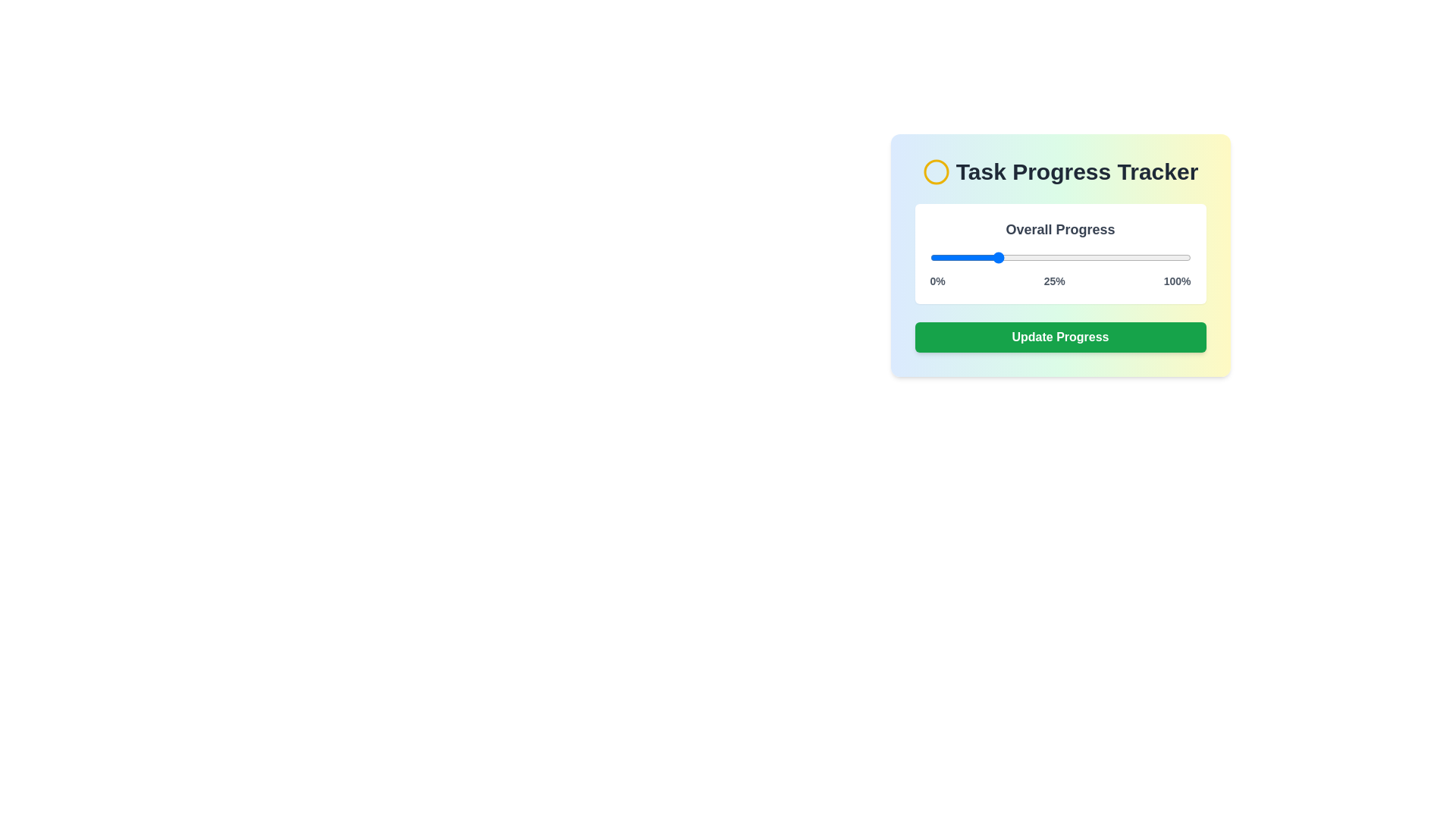  Describe the element at coordinates (1059, 336) in the screenshot. I see `'Update Progress' button` at that location.